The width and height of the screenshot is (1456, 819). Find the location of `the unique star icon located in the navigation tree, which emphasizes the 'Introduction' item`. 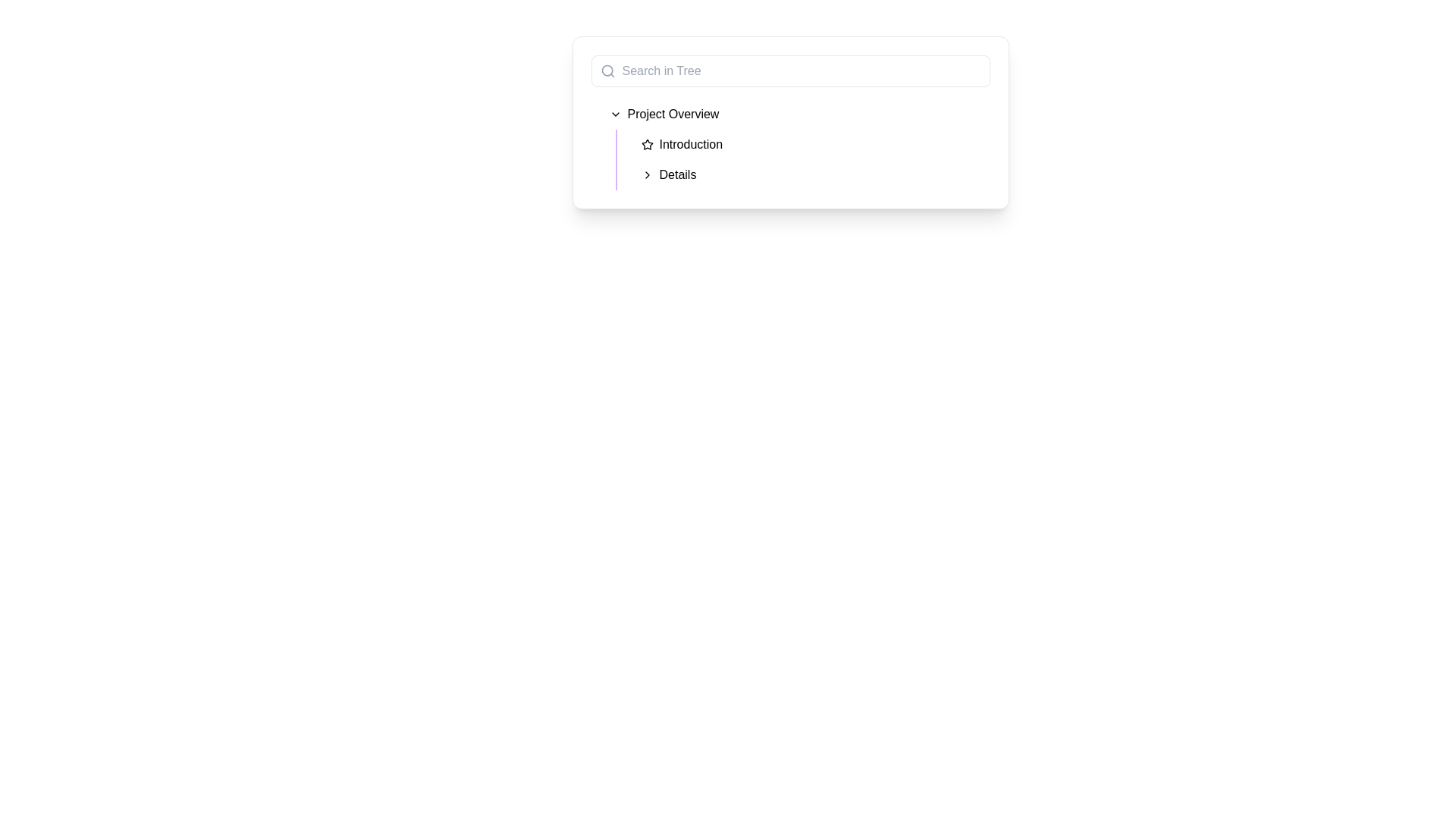

the unique star icon located in the navigation tree, which emphasizes the 'Introduction' item is located at coordinates (647, 144).